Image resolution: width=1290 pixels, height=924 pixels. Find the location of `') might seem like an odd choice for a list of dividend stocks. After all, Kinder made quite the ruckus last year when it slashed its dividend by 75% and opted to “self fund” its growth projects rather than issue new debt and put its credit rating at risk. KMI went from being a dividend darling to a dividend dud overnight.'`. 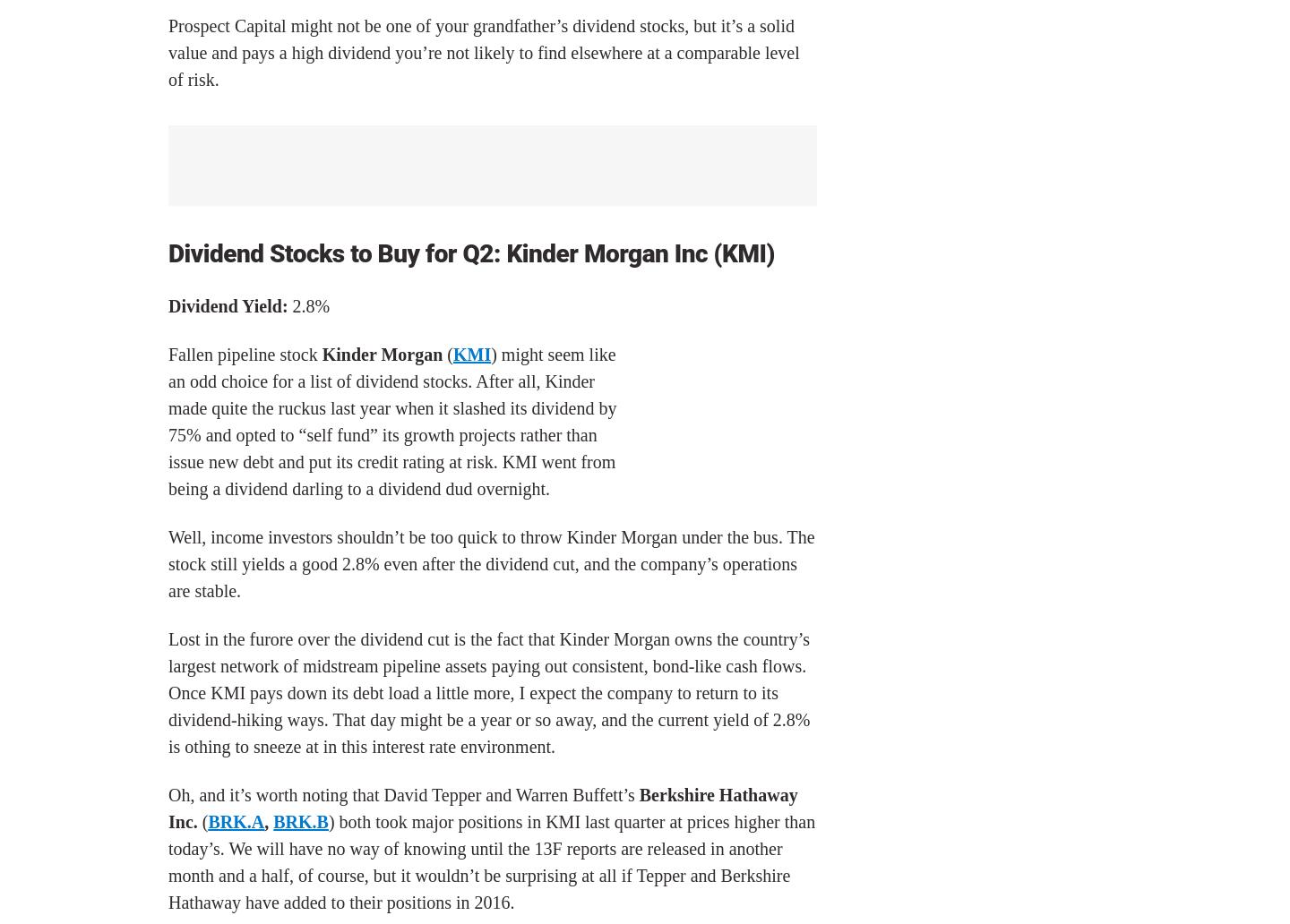

') might seem like an odd choice for a list of dividend stocks. After all, Kinder made quite the ruckus last year when it slashed its dividend by 75% and opted to “self fund” its growth projects rather than issue new debt and put its credit rating at risk. KMI went from being a dividend darling to a dividend dud overnight.' is located at coordinates (392, 419).